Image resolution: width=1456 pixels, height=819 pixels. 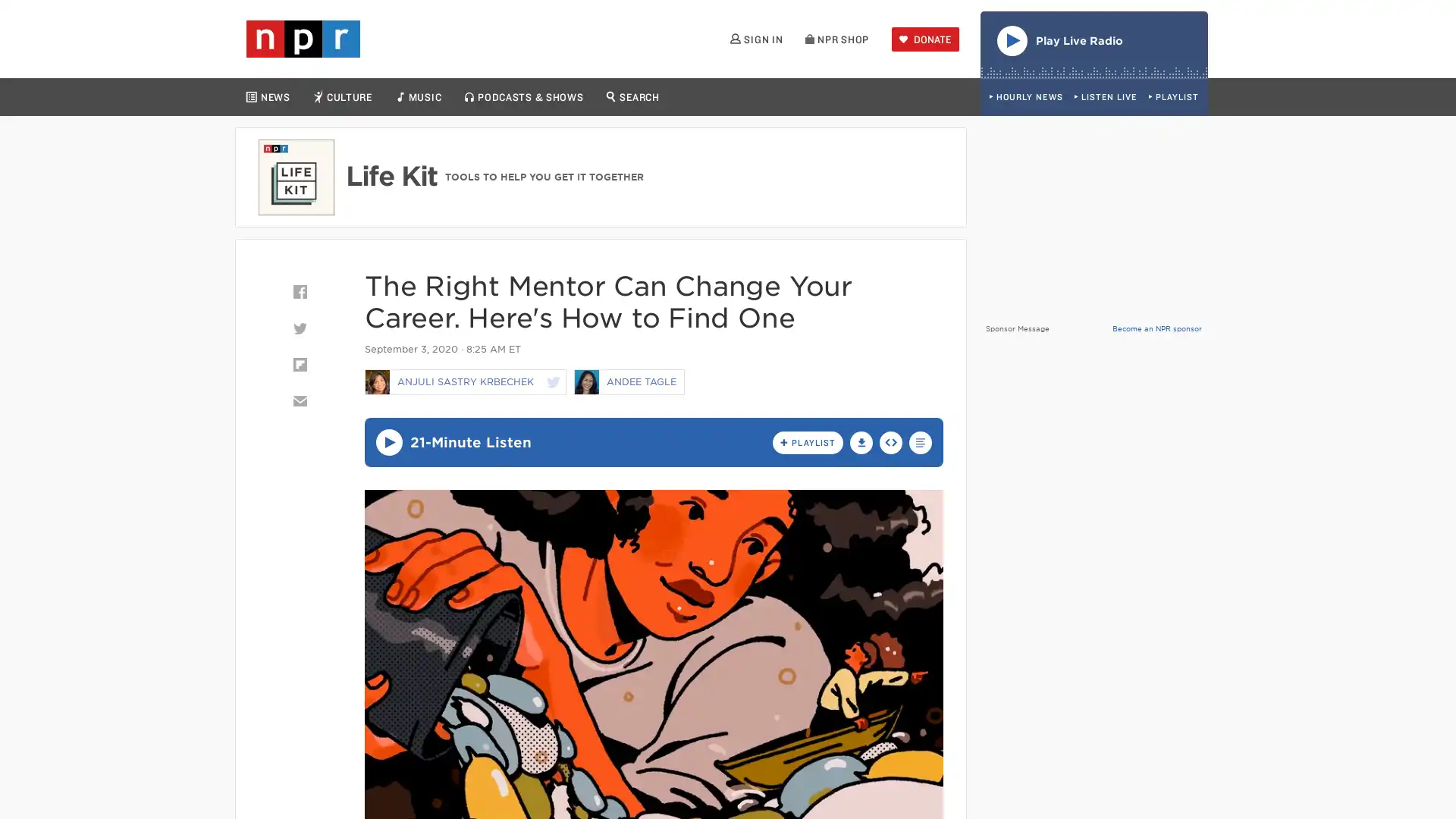 What do you see at coordinates (299, 365) in the screenshot?
I see `Flipboard` at bounding box center [299, 365].